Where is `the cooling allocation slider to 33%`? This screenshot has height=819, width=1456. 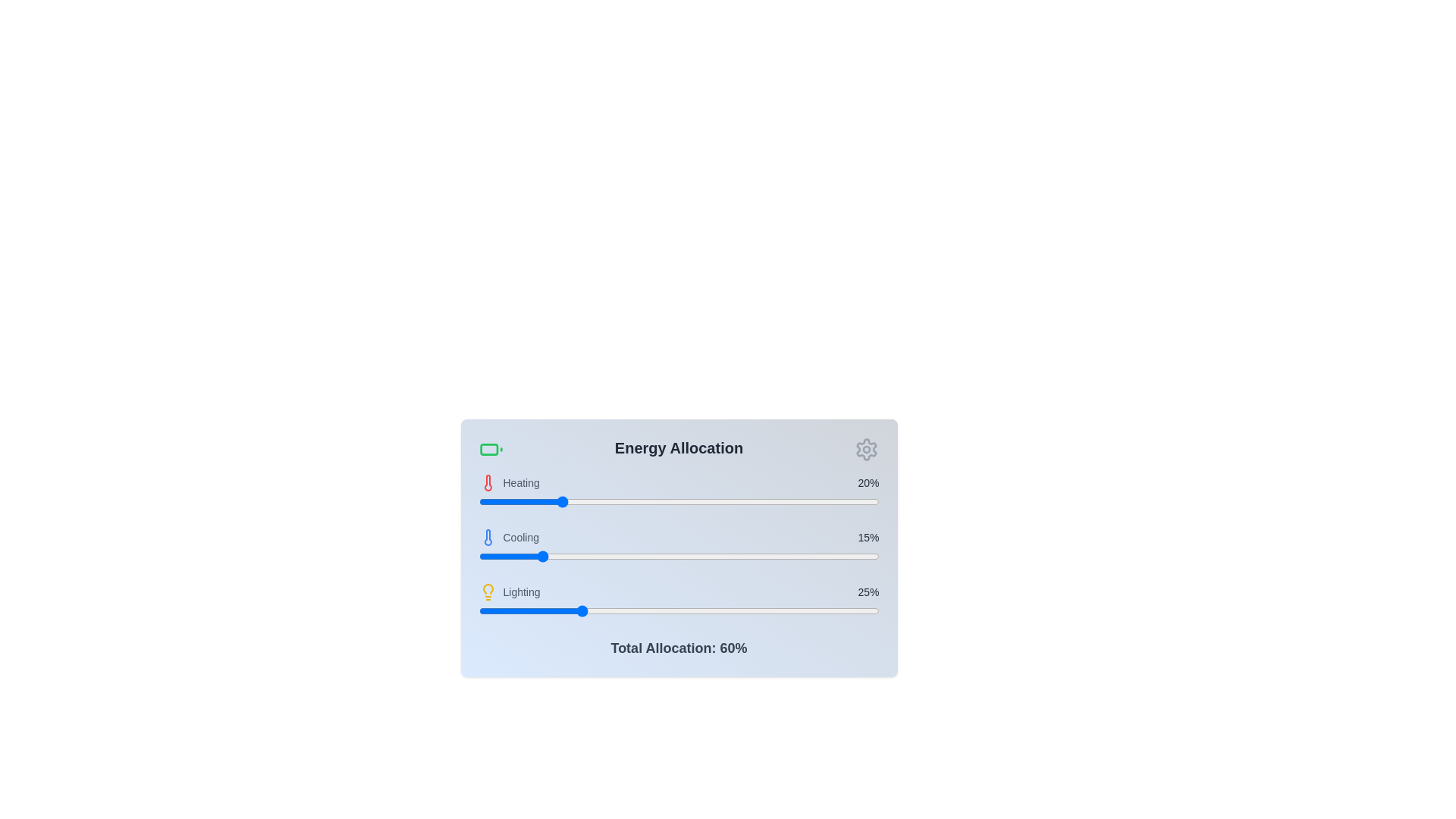
the cooling allocation slider to 33% is located at coordinates (610, 556).